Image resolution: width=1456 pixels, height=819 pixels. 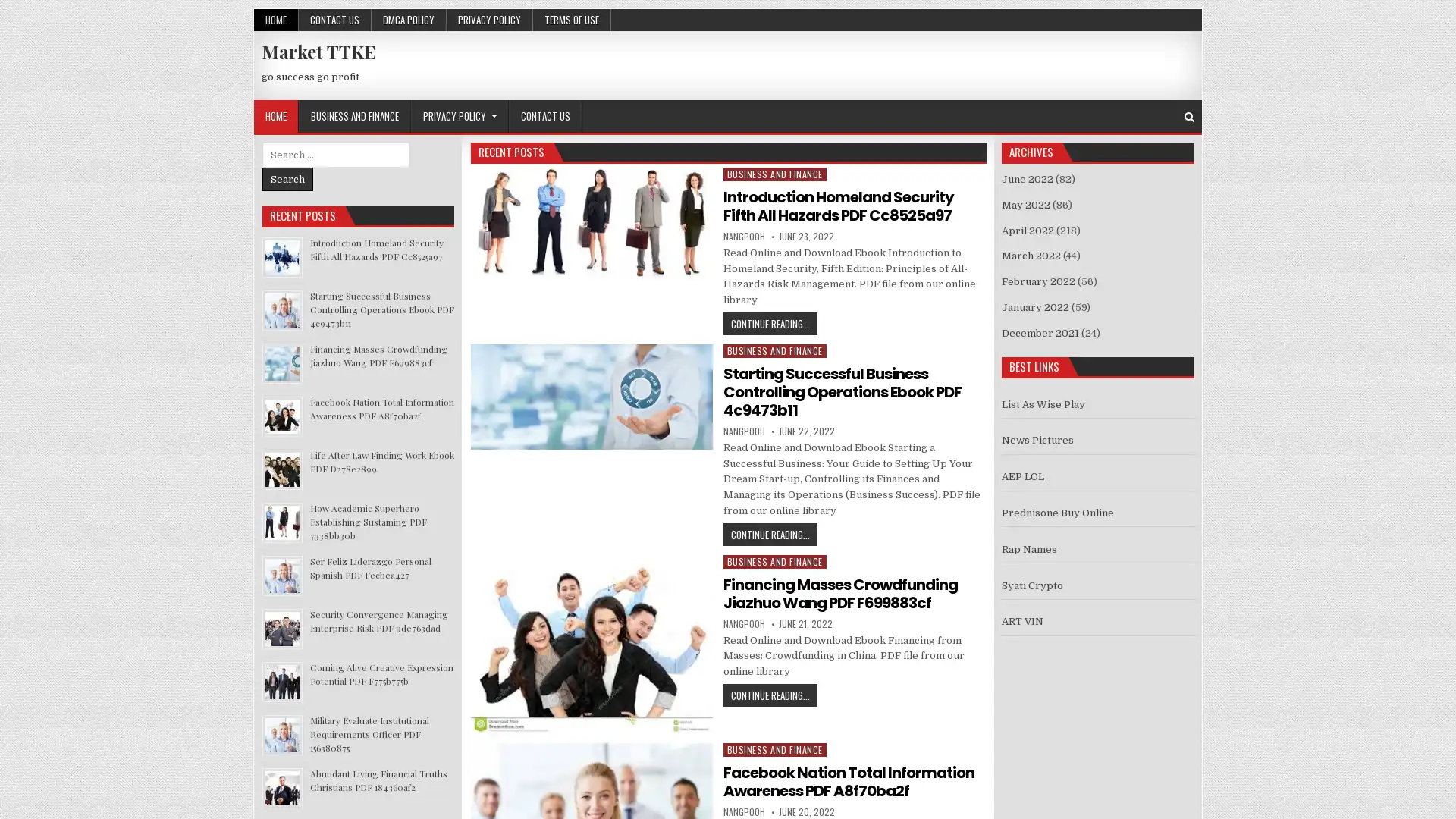 I want to click on Search, so click(x=287, y=178).